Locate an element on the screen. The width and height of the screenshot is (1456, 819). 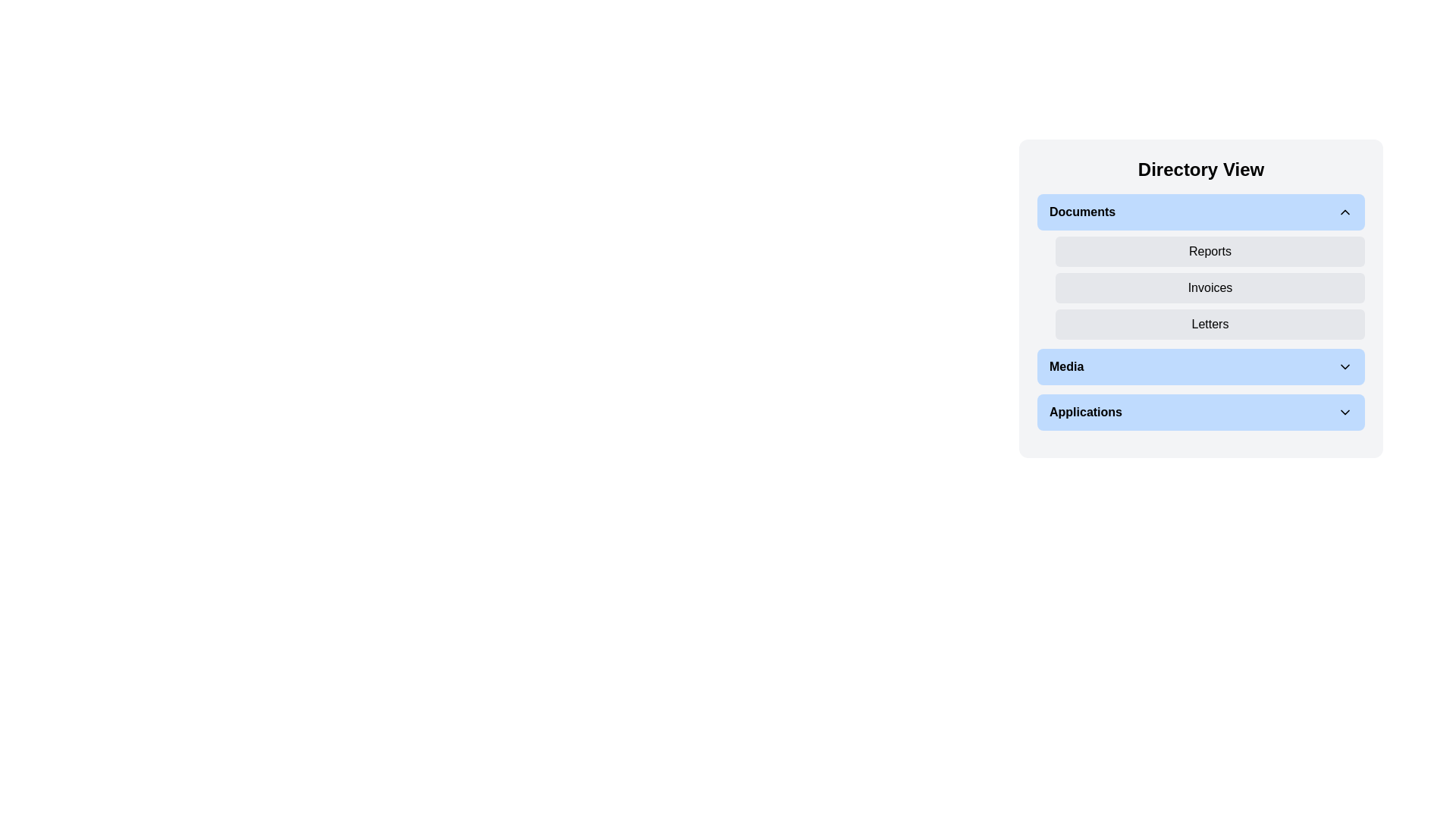
the 'Reports' button, which is a rectangular button with a light gray background and black text is located at coordinates (1210, 250).